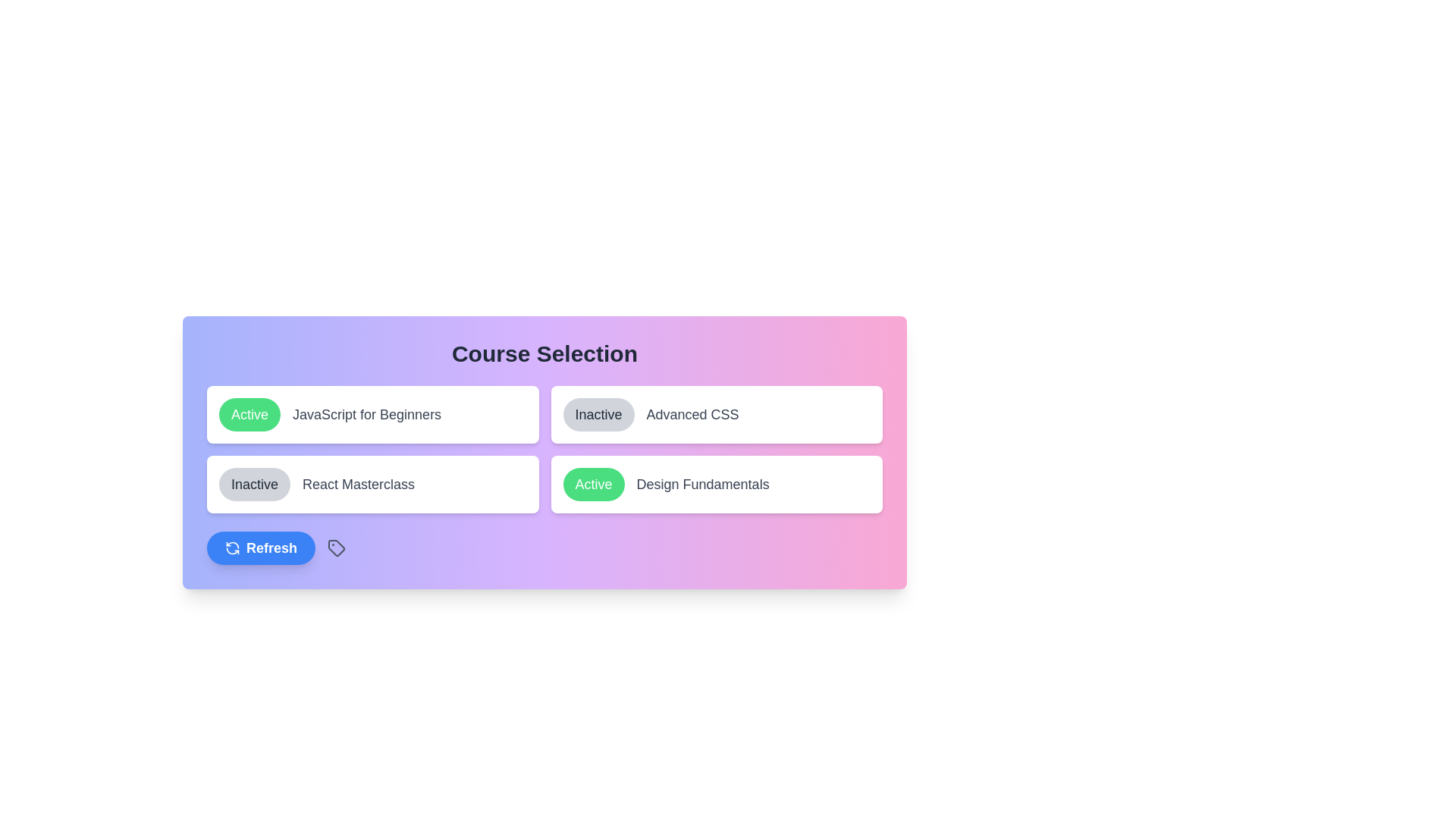 Image resolution: width=1456 pixels, height=819 pixels. What do you see at coordinates (232, 548) in the screenshot?
I see `the refresh icon located on the left side of the 'Refresh' button in the lower-left corner of the 'Course Selection' card interface` at bounding box center [232, 548].